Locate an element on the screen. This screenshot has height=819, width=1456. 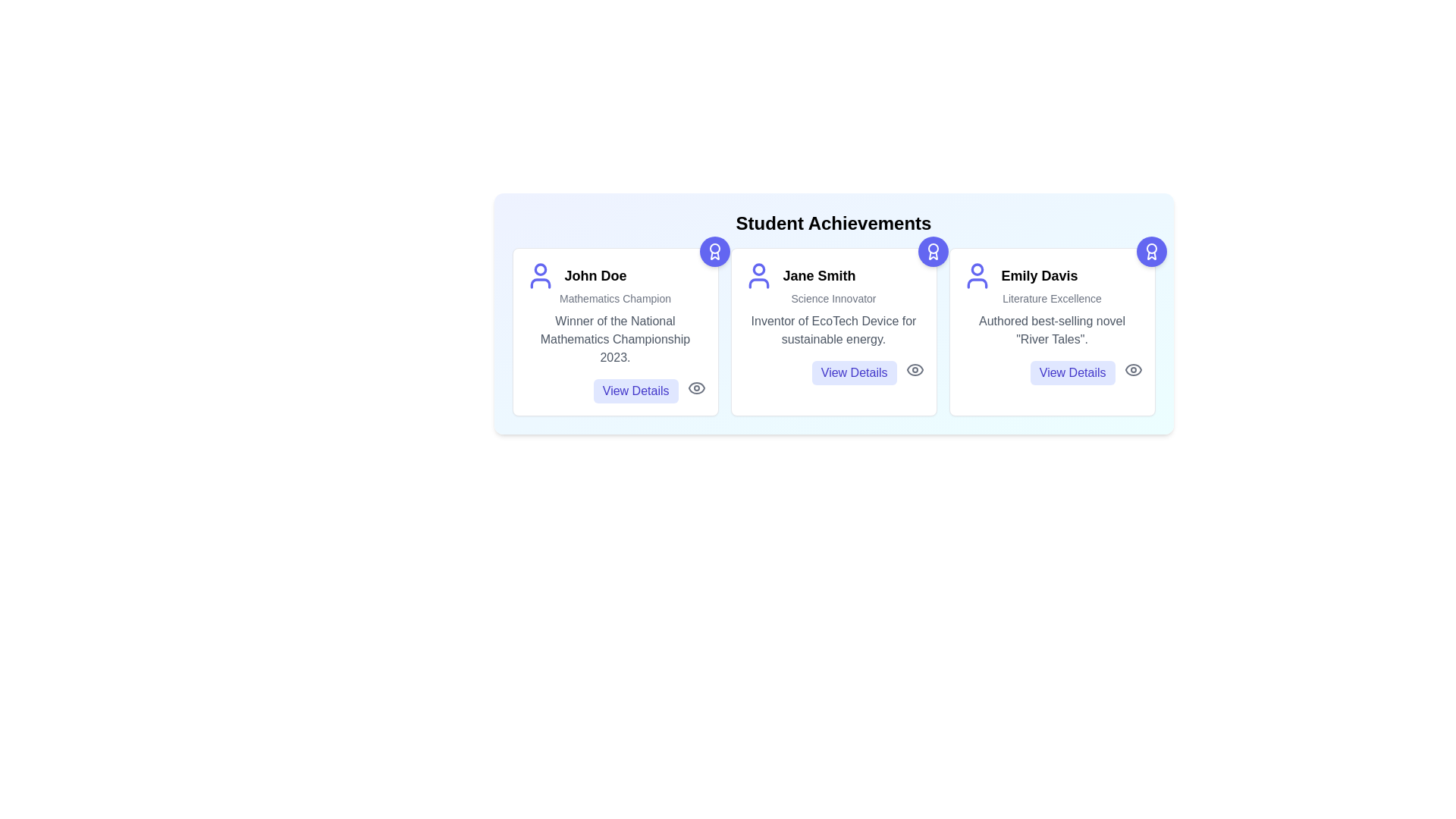
the text of the achievement description for Emily Davis is located at coordinates (1051, 329).